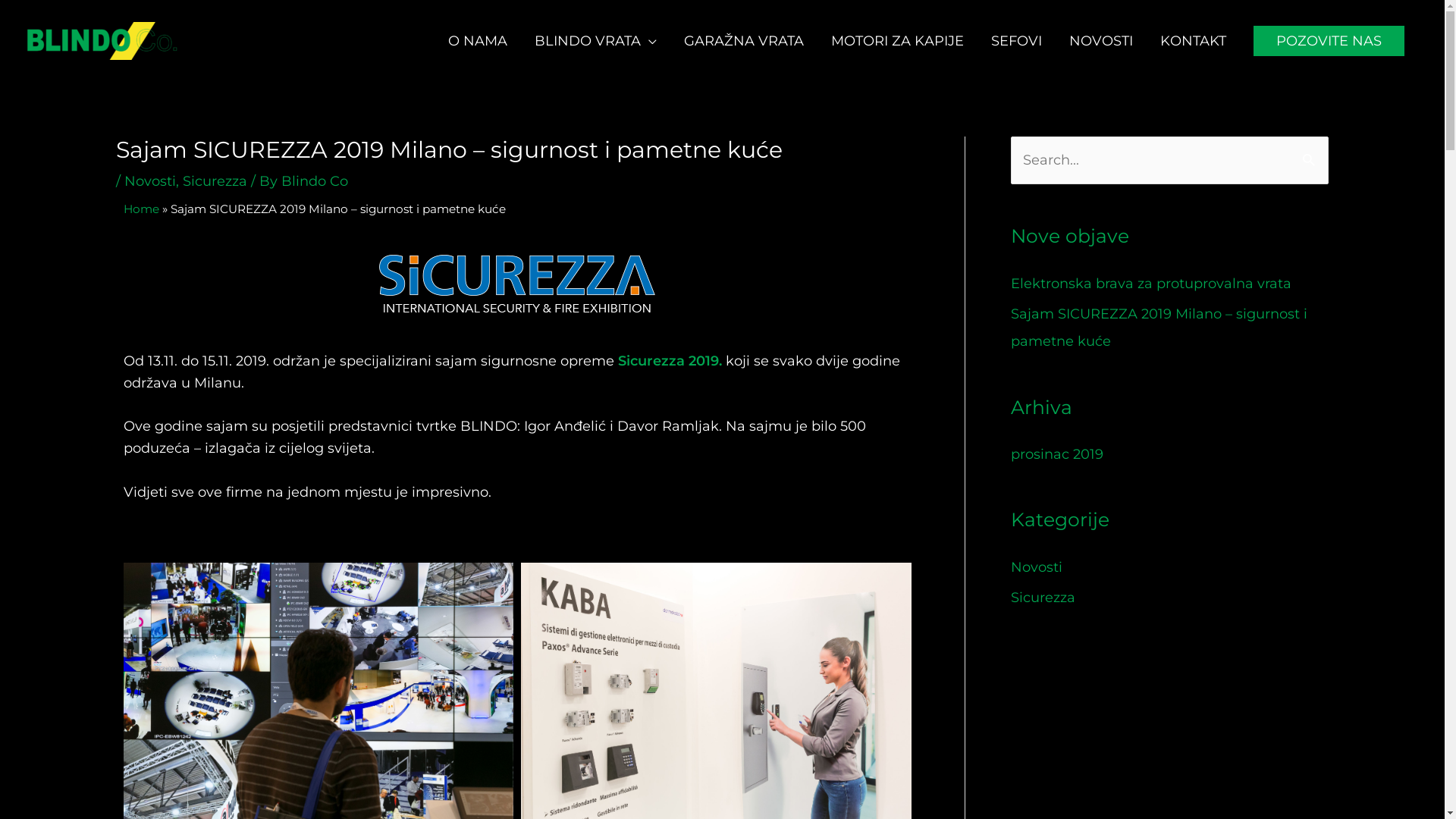 Image resolution: width=1456 pixels, height=819 pixels. I want to click on 'MOTORI ZA KAPIJE', so click(897, 40).